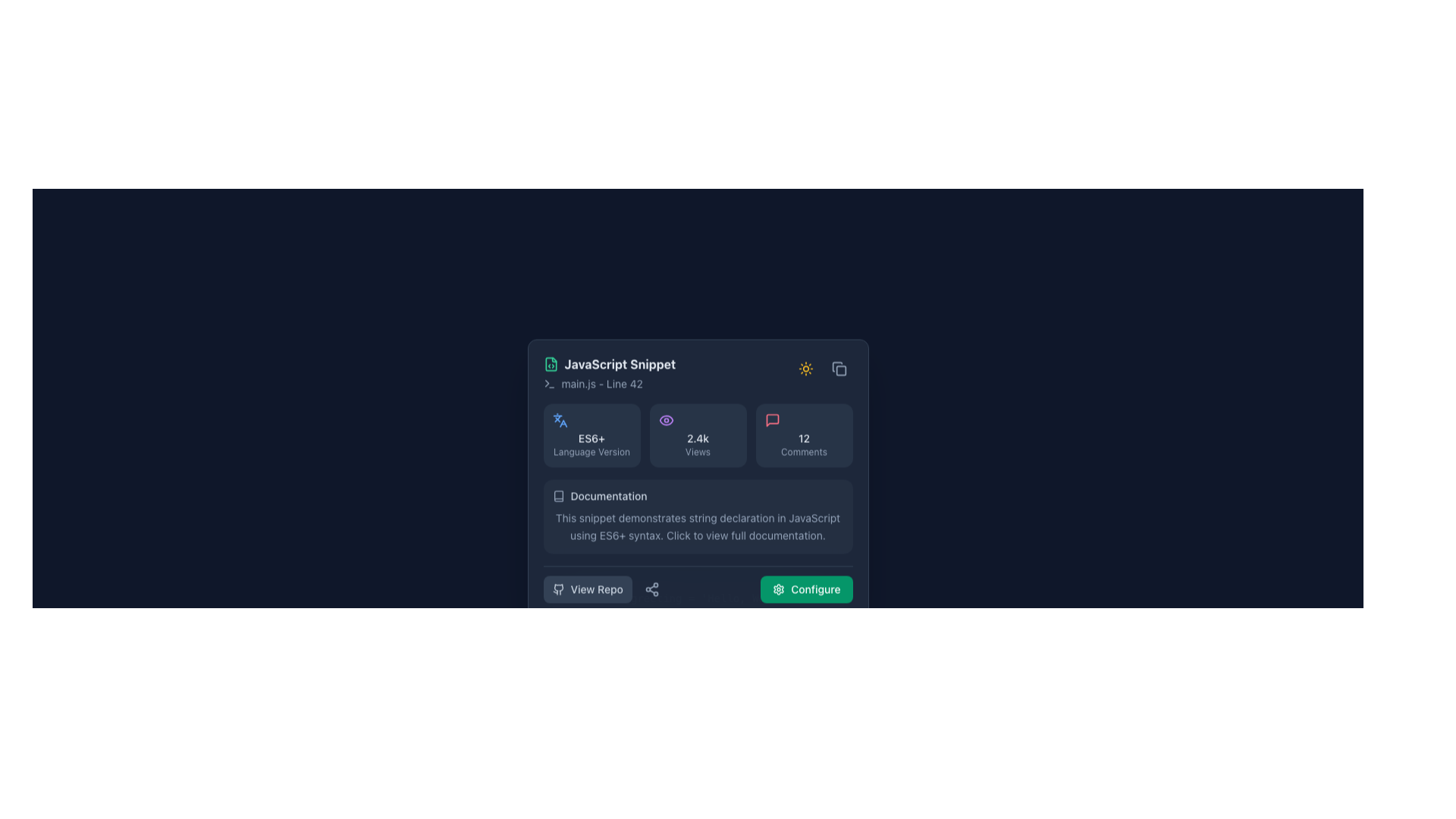 This screenshot has width=1456, height=819. Describe the element at coordinates (772, 420) in the screenshot. I see `the light rose colored SVG chat bubble with rounded edges and a triangular tail located in the top-right portion of the UI card` at that location.